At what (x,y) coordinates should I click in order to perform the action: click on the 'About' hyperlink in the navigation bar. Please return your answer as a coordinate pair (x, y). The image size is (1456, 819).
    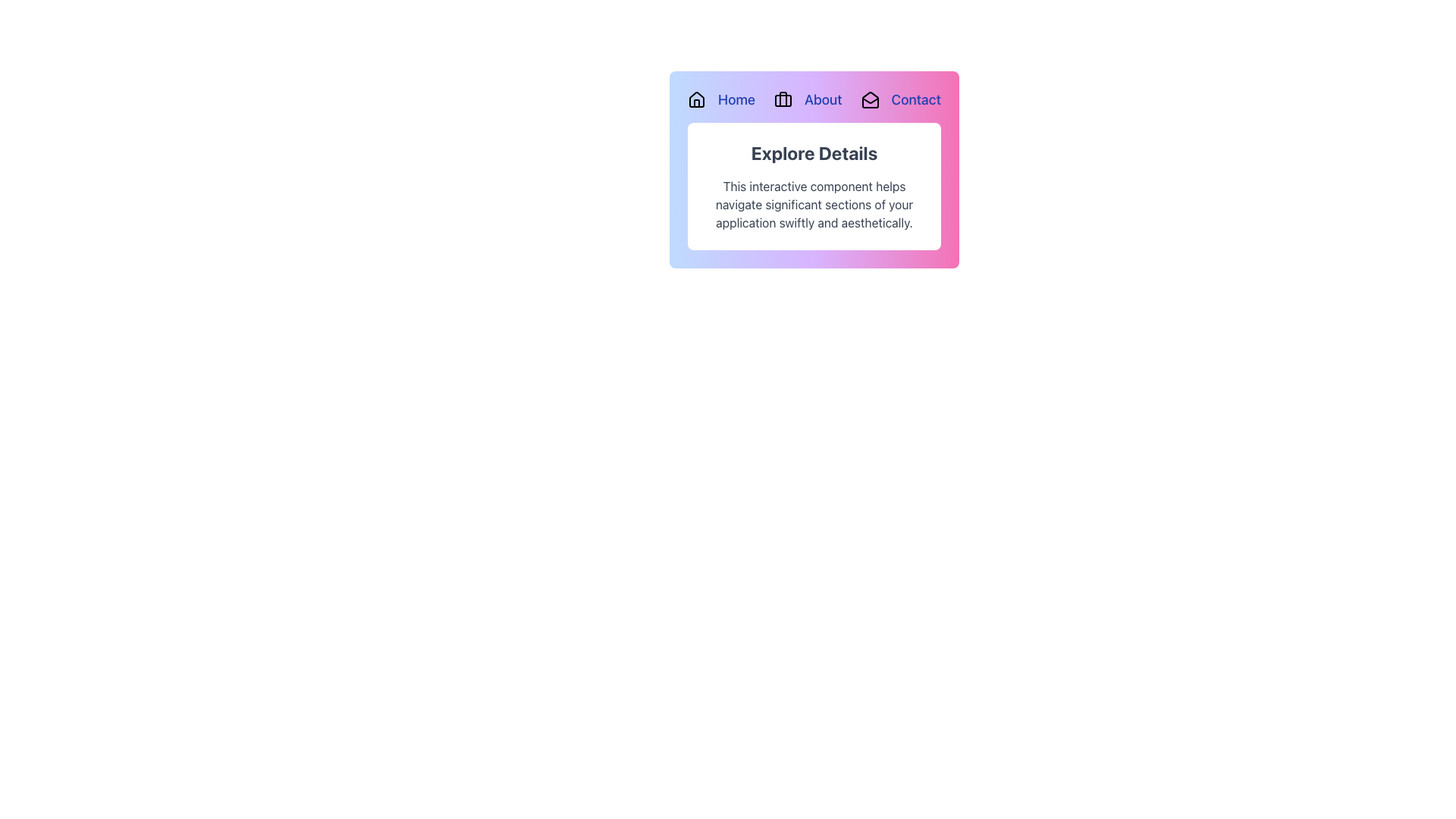
    Looking at the image, I should click on (822, 99).